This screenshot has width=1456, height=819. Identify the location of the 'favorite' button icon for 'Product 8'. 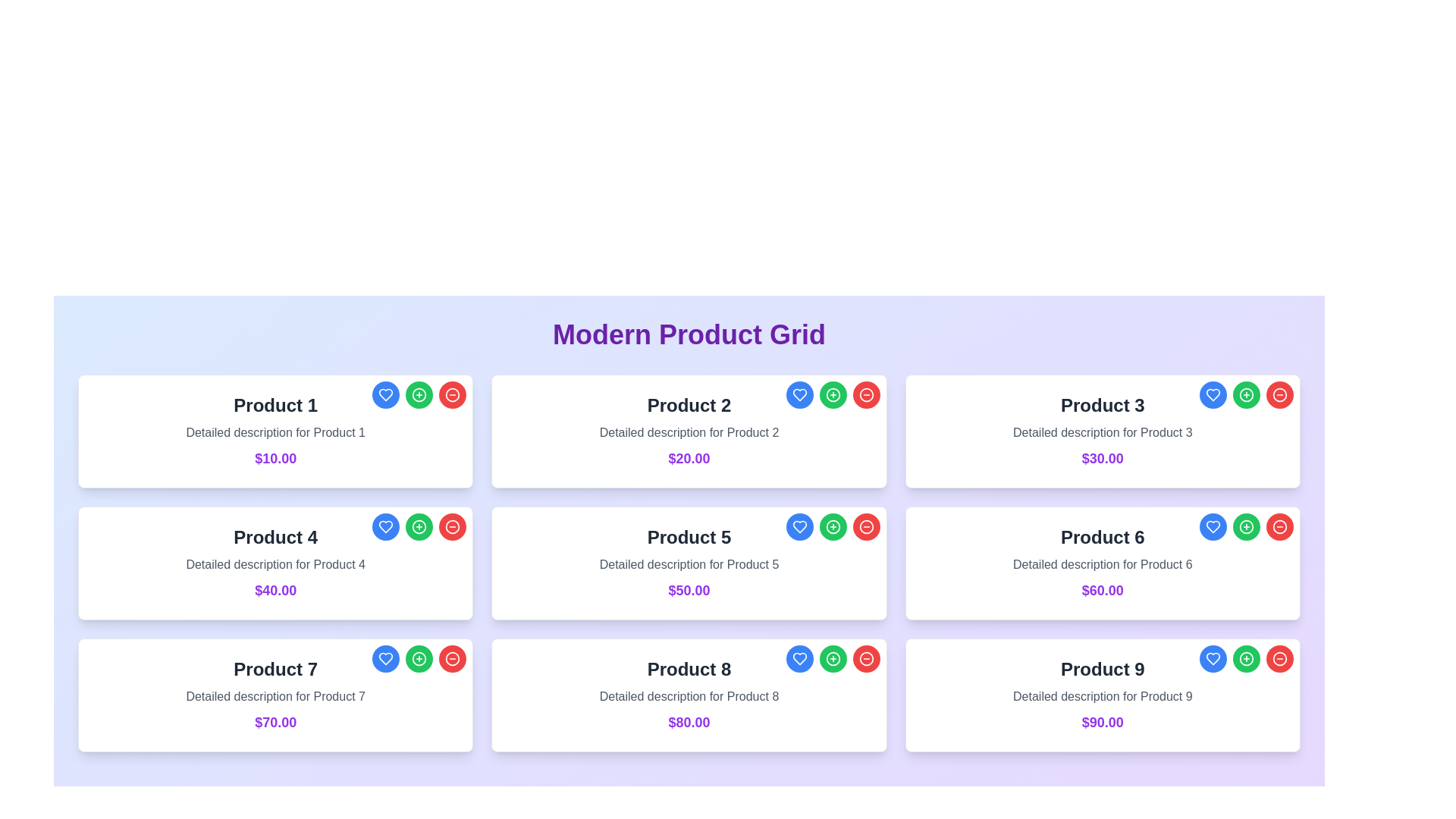
(799, 657).